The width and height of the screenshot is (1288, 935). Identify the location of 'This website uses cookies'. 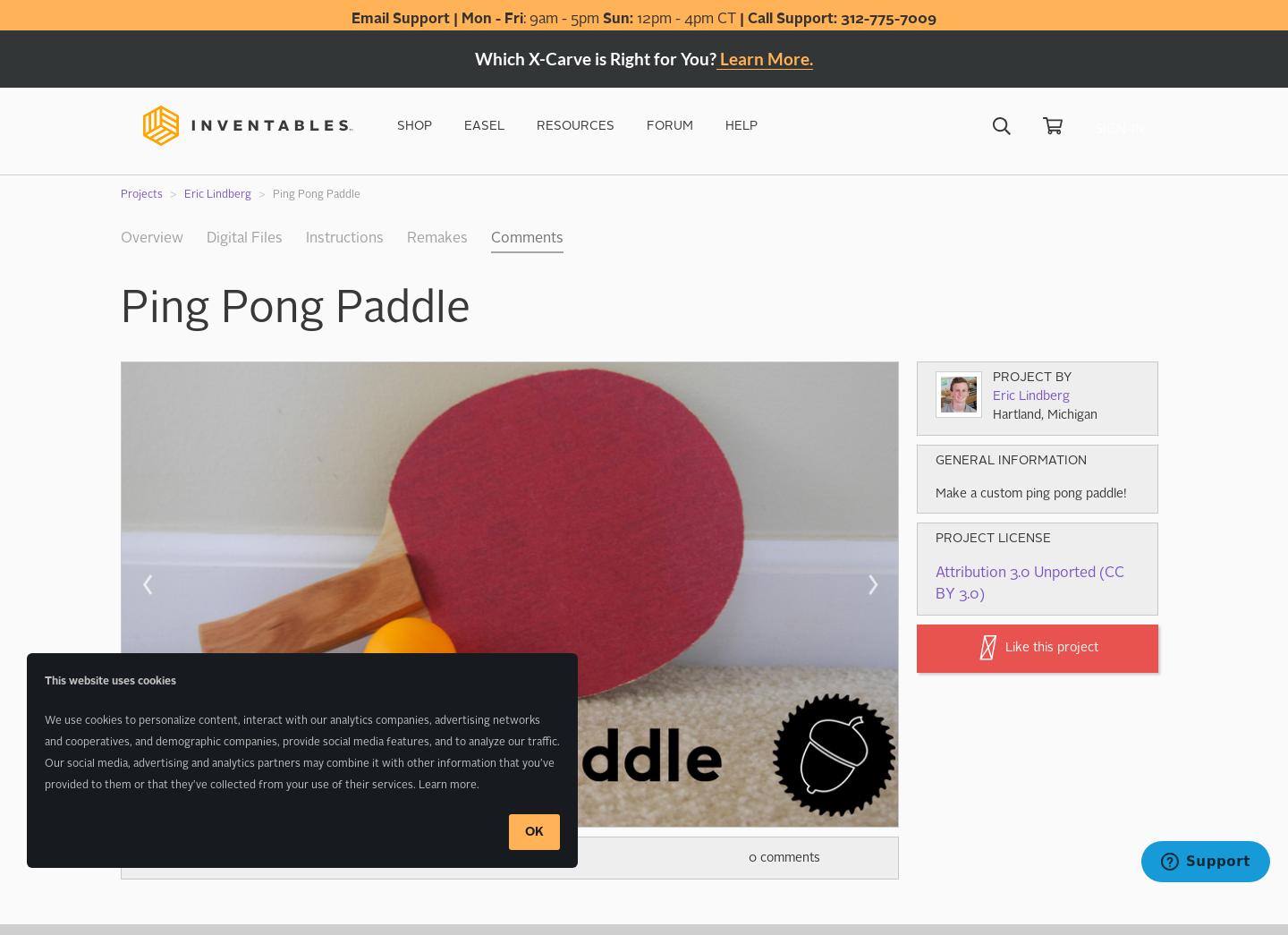
(43, 682).